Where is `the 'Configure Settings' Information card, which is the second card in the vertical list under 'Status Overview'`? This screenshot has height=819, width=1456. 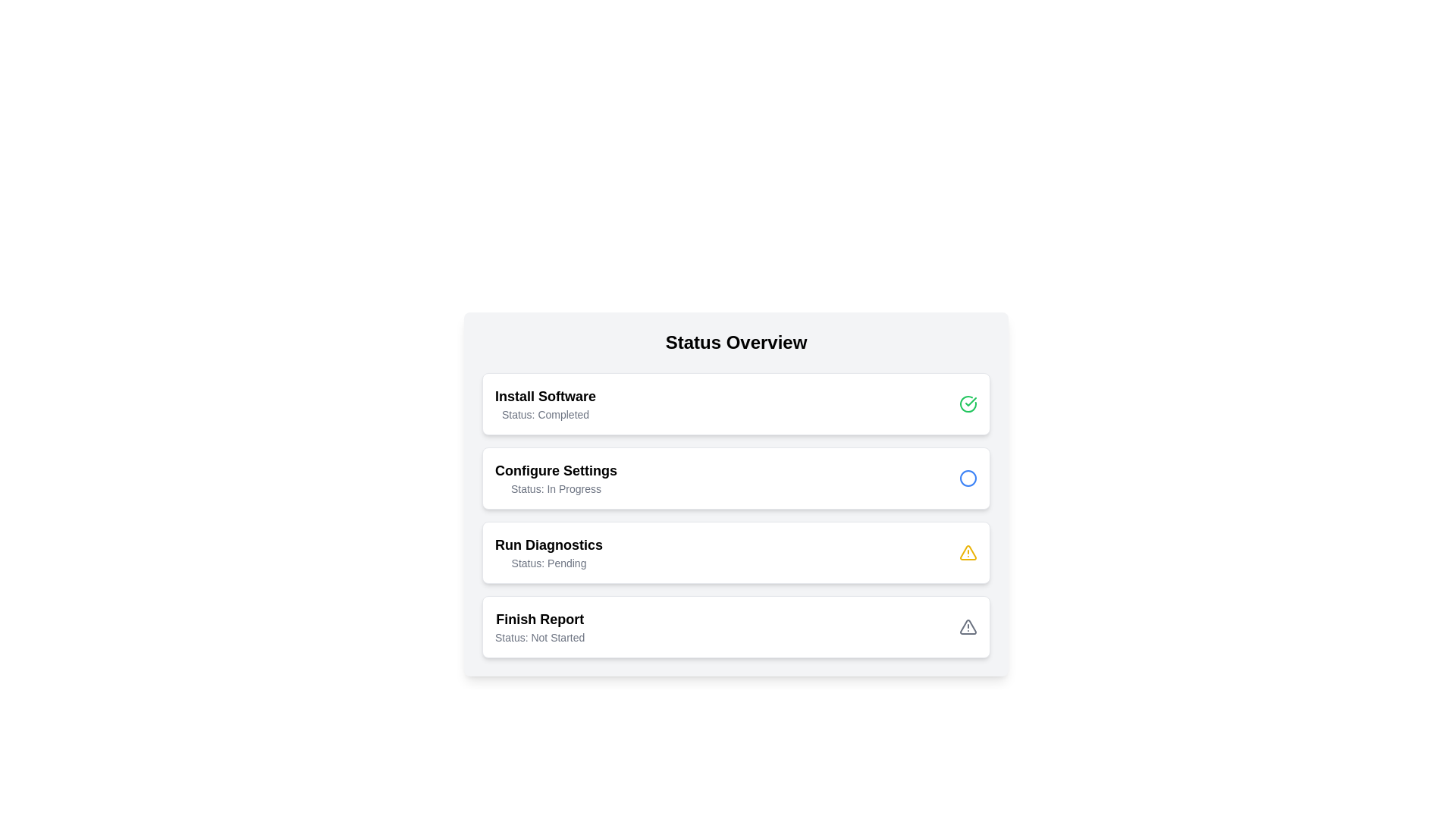
the 'Configure Settings' Information card, which is the second card in the vertical list under 'Status Overview' is located at coordinates (736, 491).